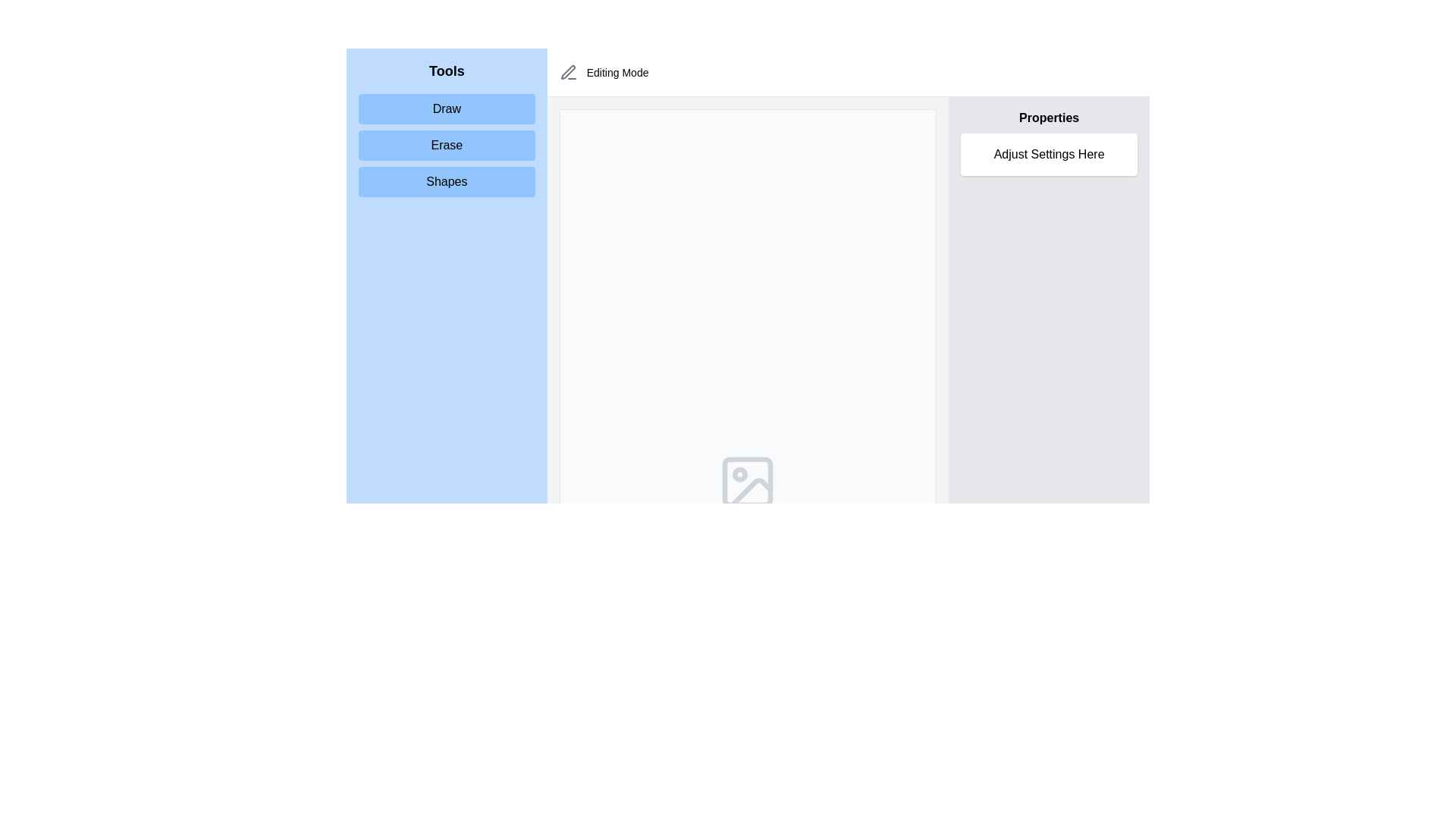  Describe the element at coordinates (446, 146) in the screenshot. I see `the 'Erase' button, which is a rectangular button with a blue background and rounded corners, located as the second button in a vertical list under the 'Tools' heading` at that location.